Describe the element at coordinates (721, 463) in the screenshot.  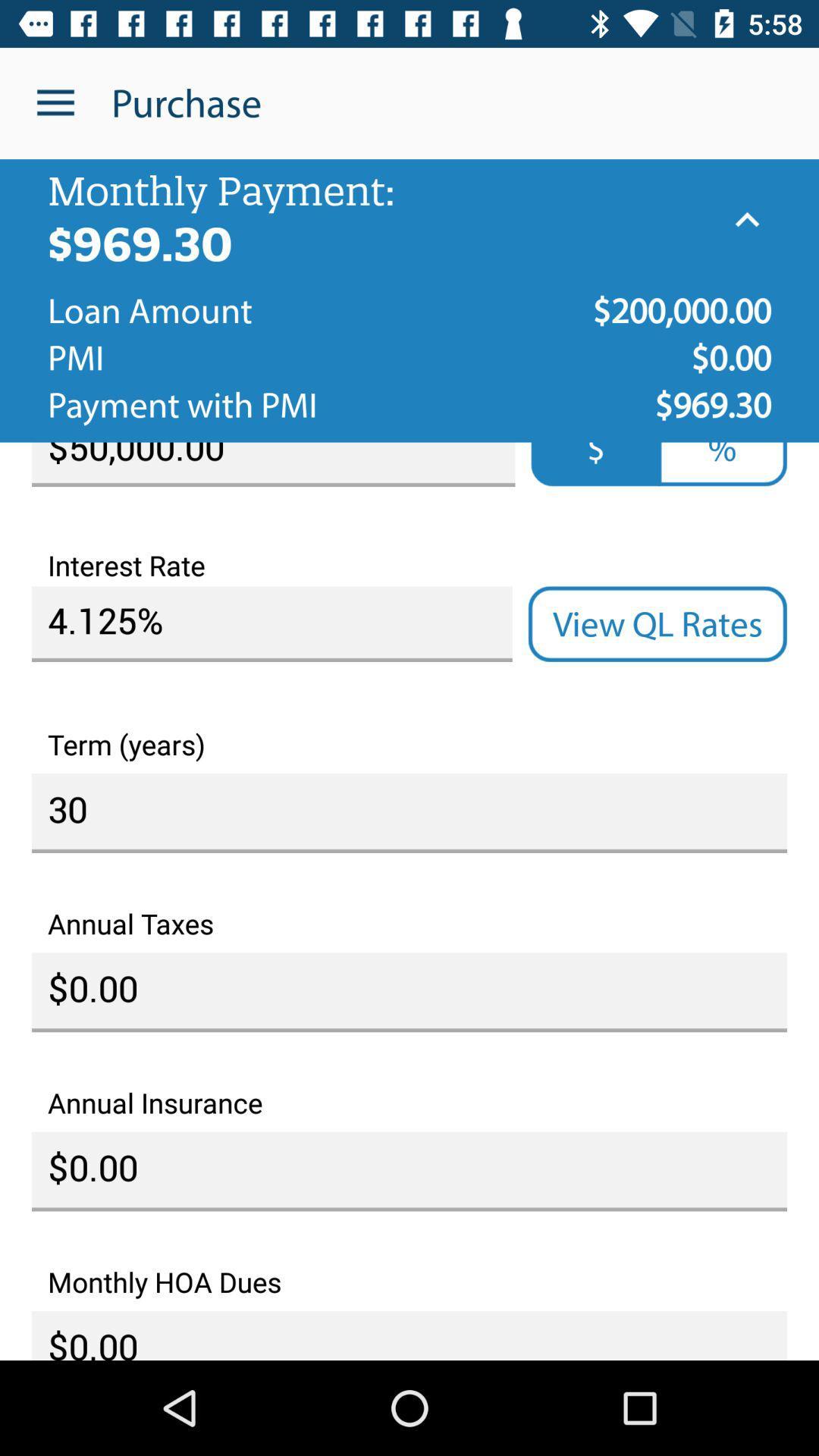
I see `the item next to $50,000.00 icon` at that location.